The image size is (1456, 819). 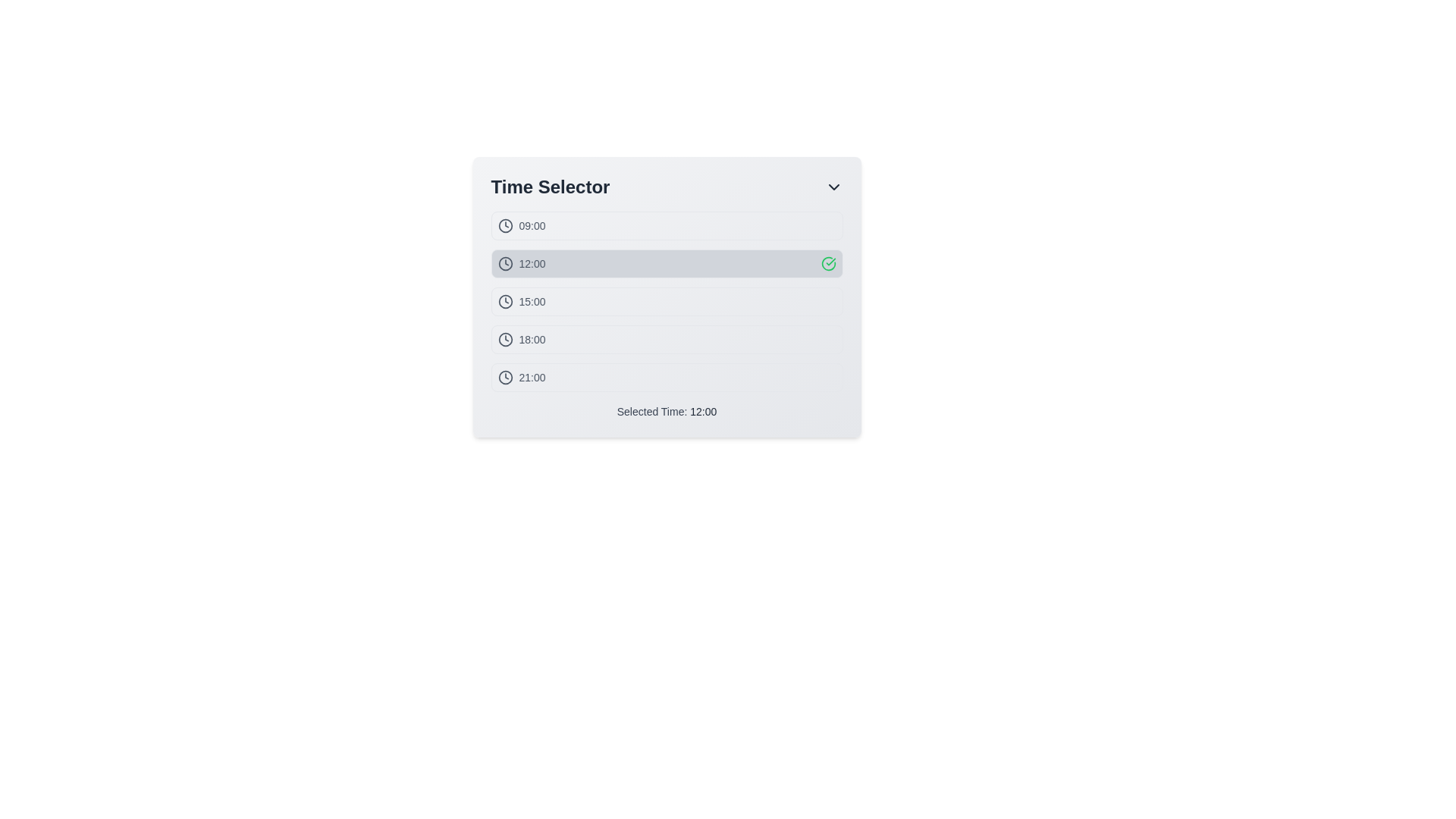 What do you see at coordinates (505, 338) in the screenshot?
I see `the time icon located in the fourth row of the time selection interface, positioned to the left of the '18:00' text` at bounding box center [505, 338].